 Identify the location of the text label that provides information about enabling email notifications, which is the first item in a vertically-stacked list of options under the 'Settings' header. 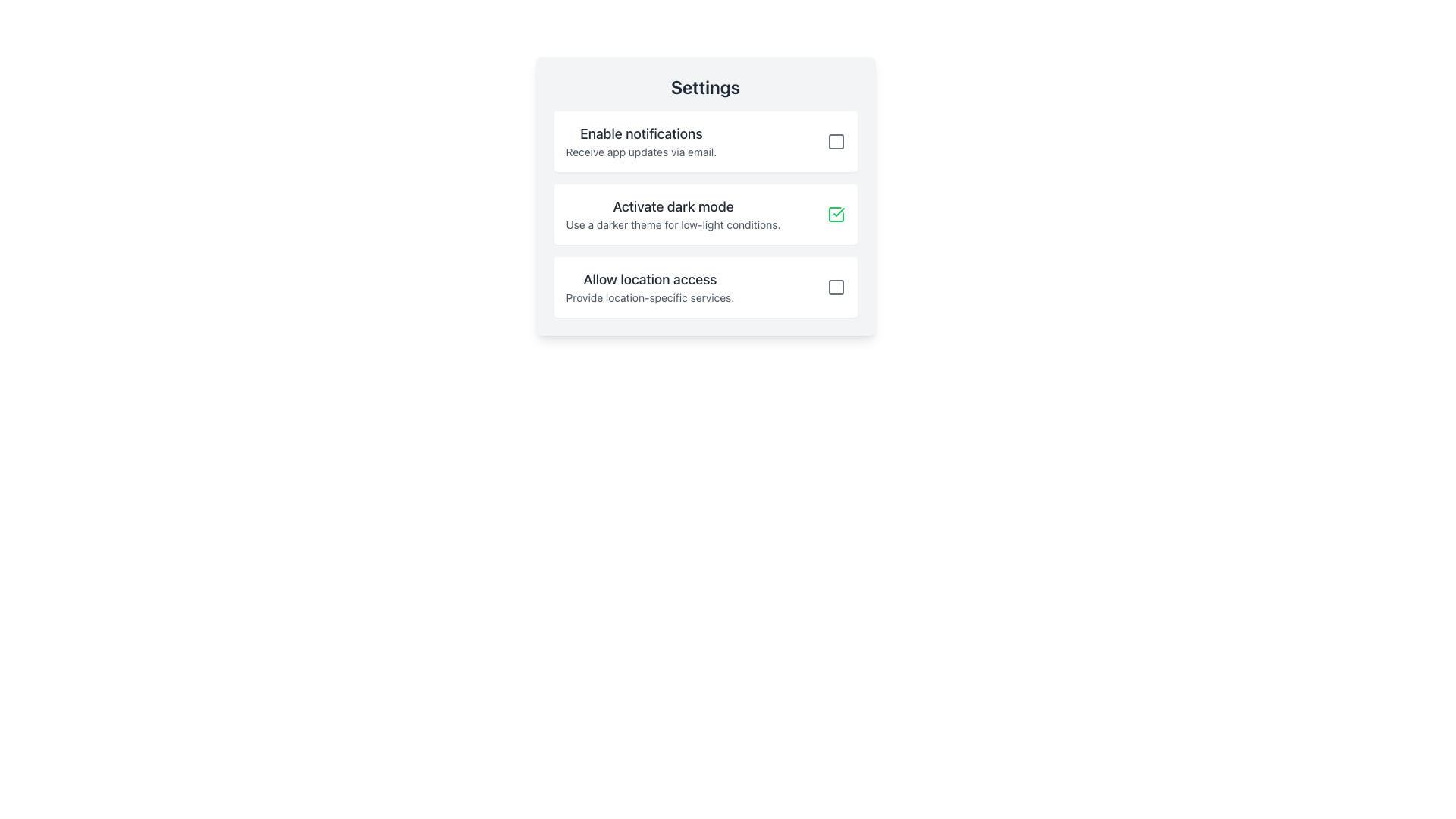
(641, 141).